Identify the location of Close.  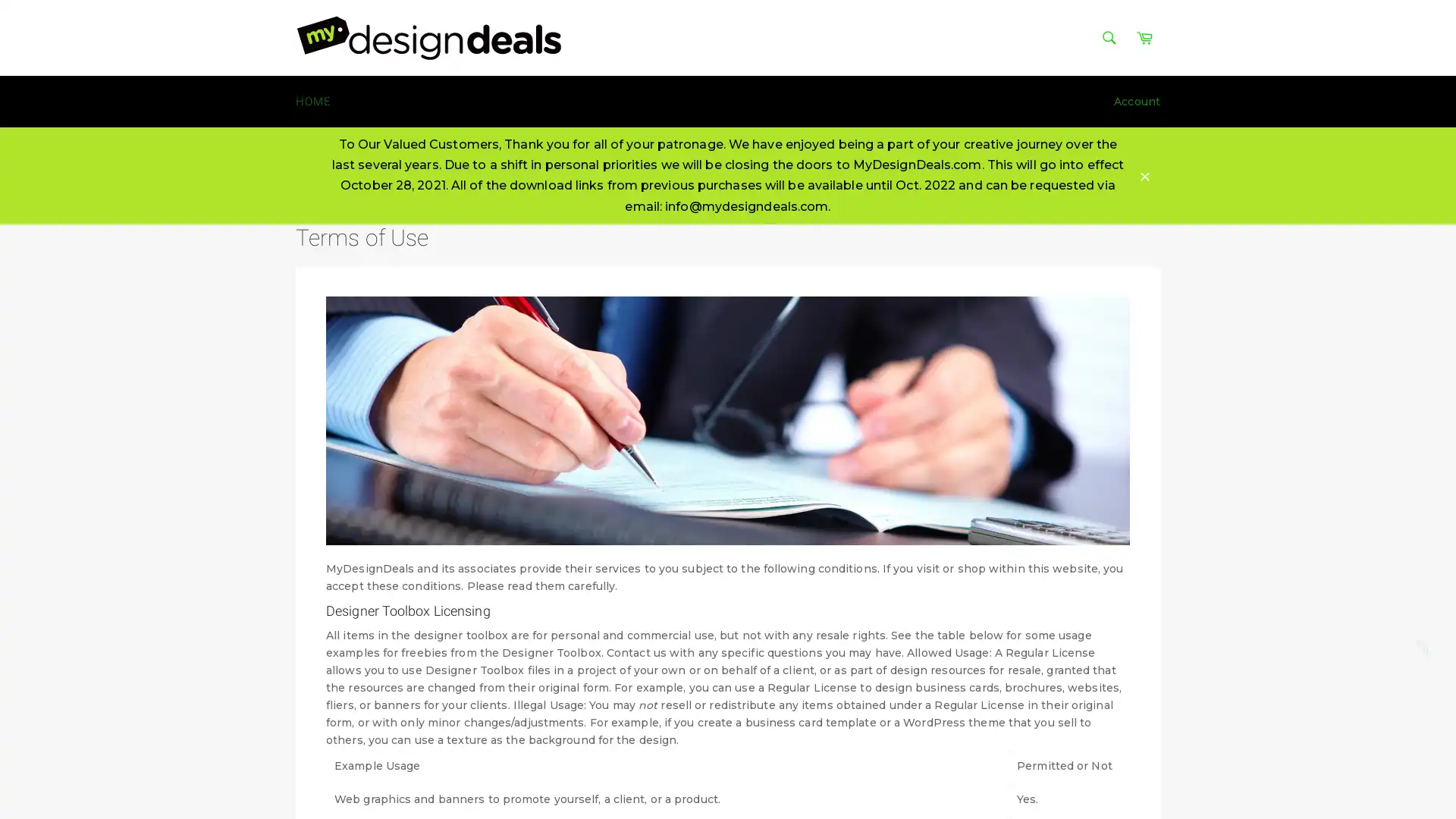
(1145, 174).